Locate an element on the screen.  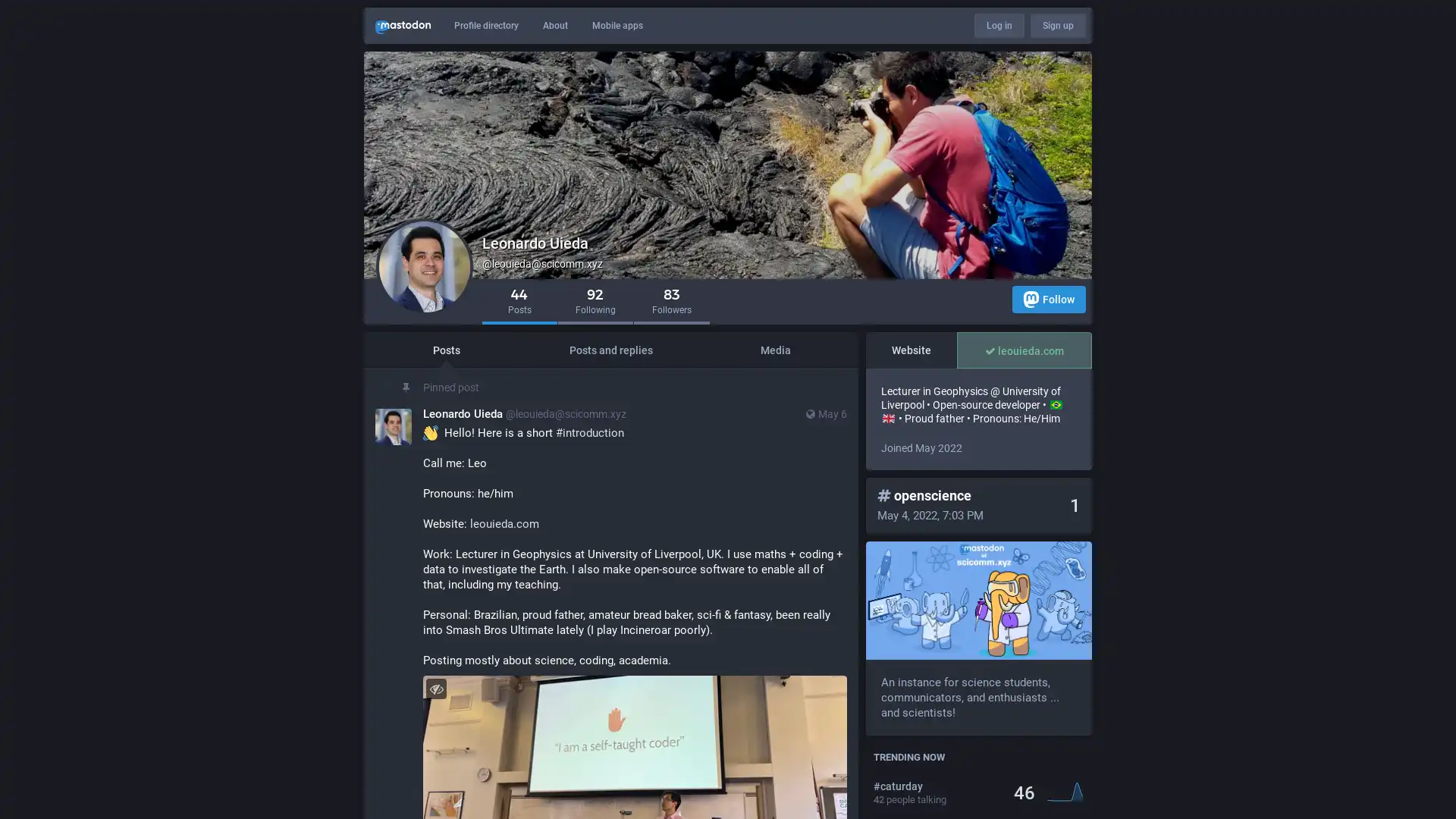
Hide image is located at coordinates (435, 689).